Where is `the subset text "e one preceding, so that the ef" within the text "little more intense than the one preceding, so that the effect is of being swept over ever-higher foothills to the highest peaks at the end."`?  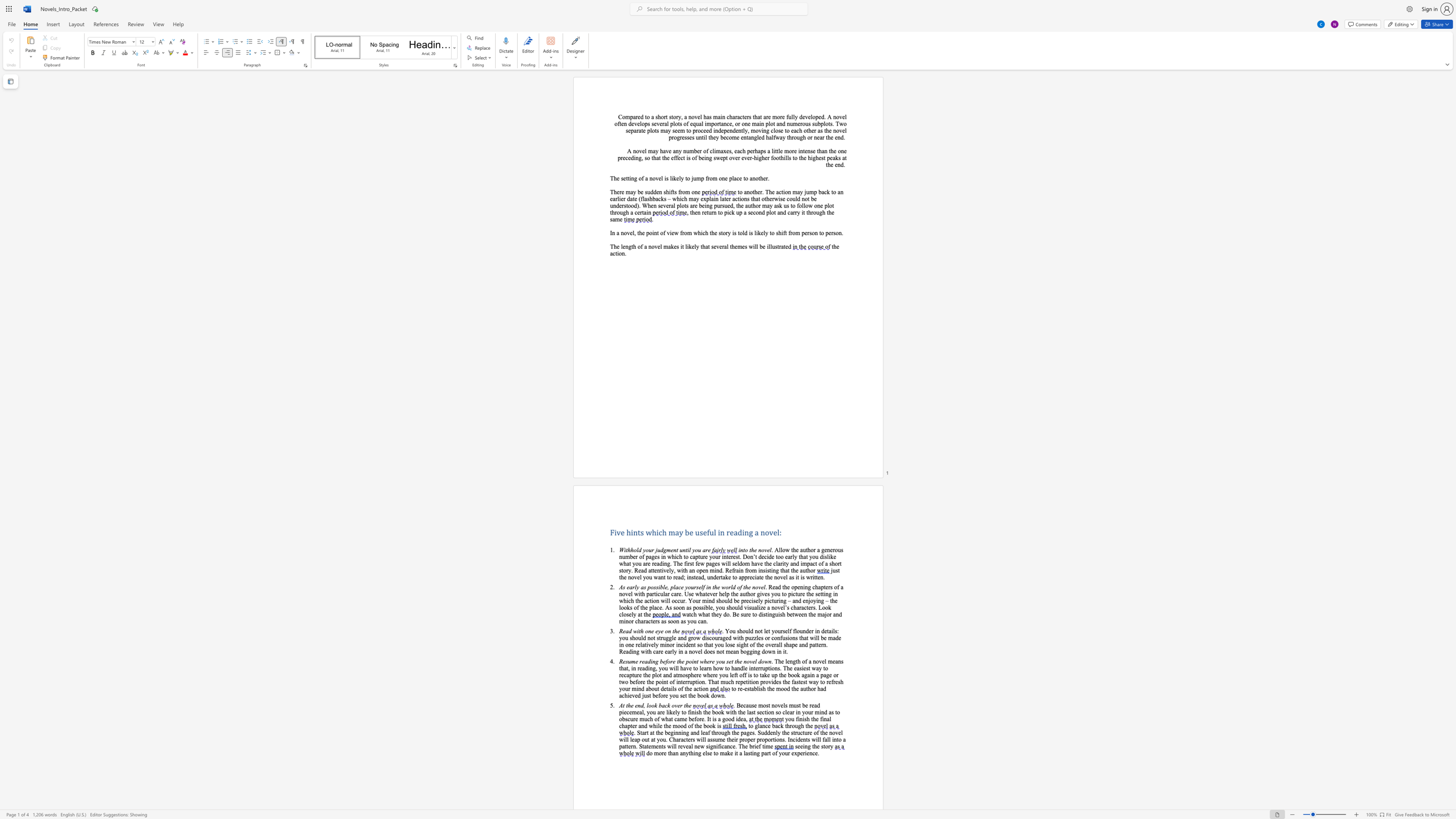 the subset text "e one preceding, so that the ef" within the text "little more intense than the one preceding, so that the effect is of being swept over ever-higher foothills to the highest peaks at the end." is located at coordinates (833, 151).